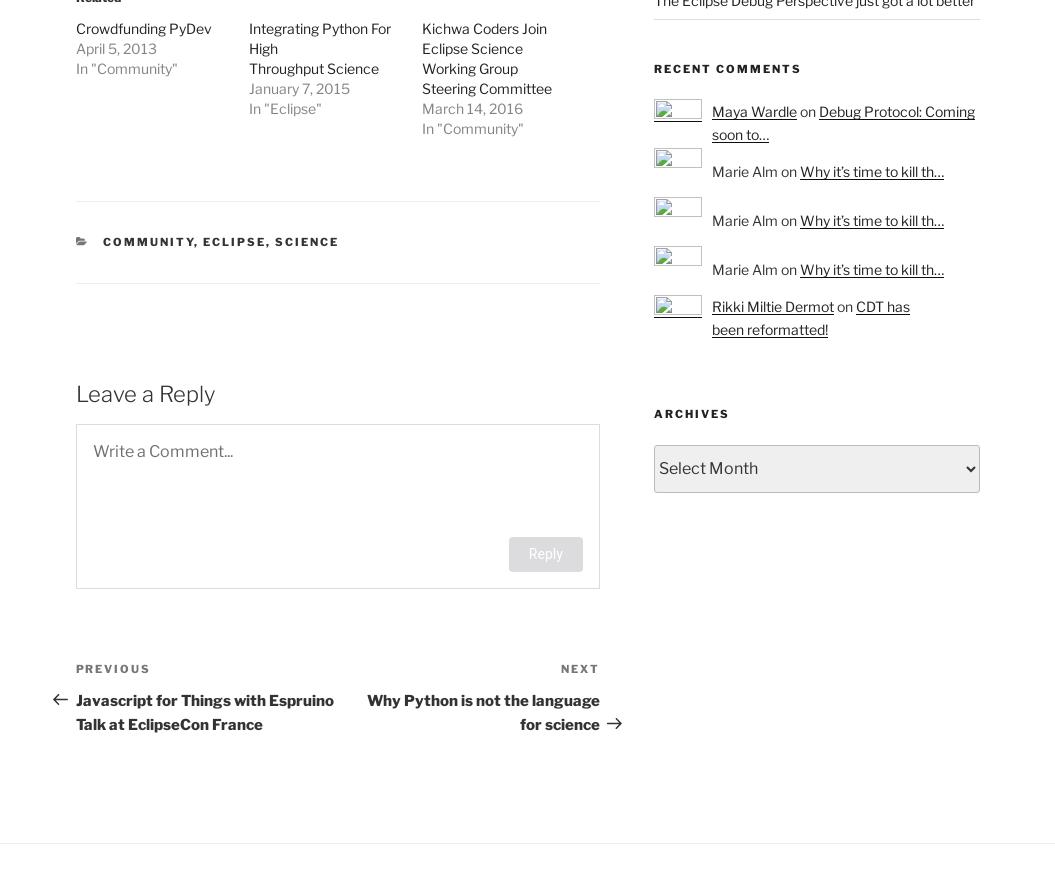 Image resolution: width=1055 pixels, height=894 pixels. Describe the element at coordinates (690, 413) in the screenshot. I see `'Archives'` at that location.